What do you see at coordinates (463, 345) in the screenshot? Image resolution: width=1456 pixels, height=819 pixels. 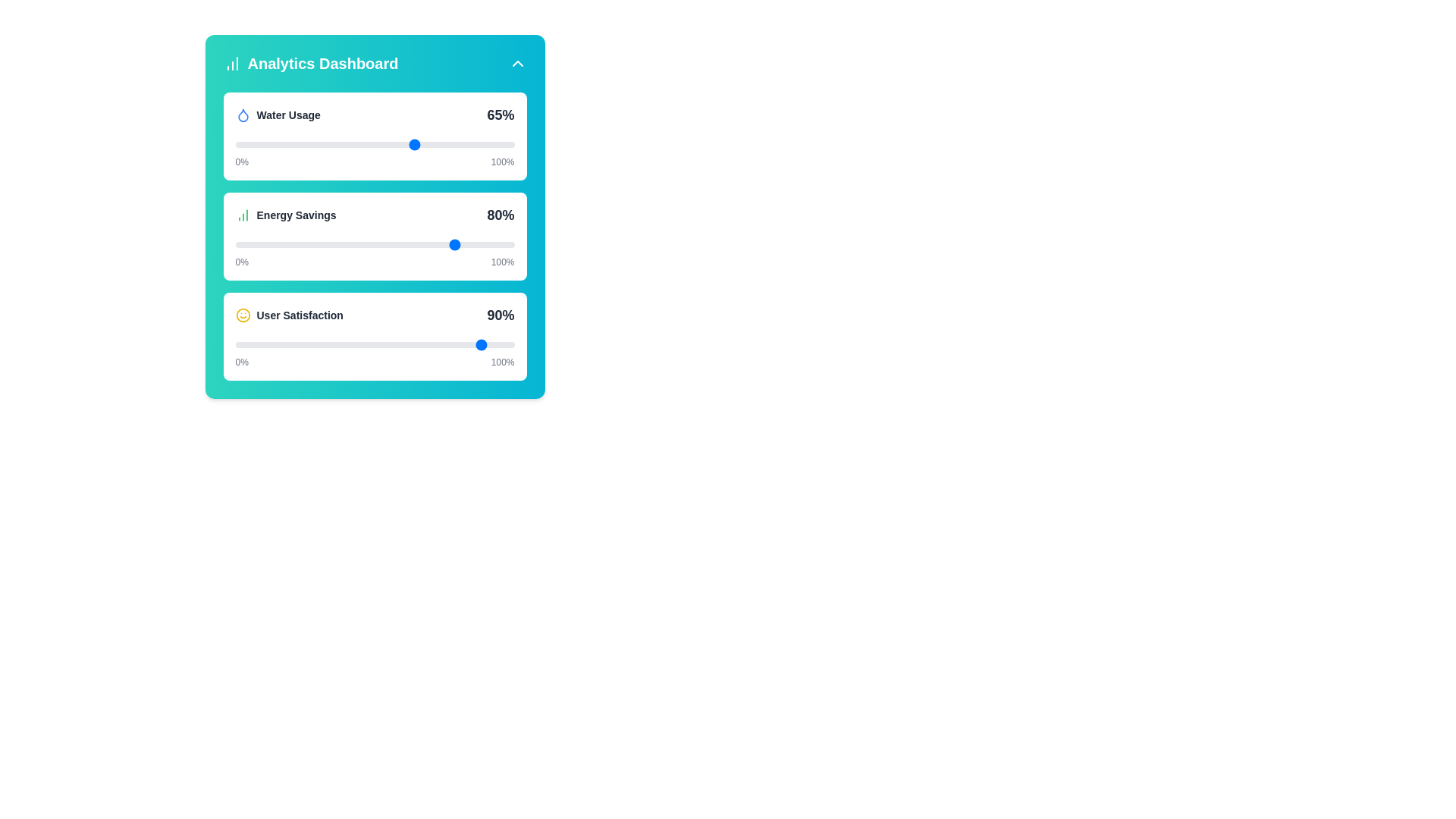 I see `User Satisfaction` at bounding box center [463, 345].